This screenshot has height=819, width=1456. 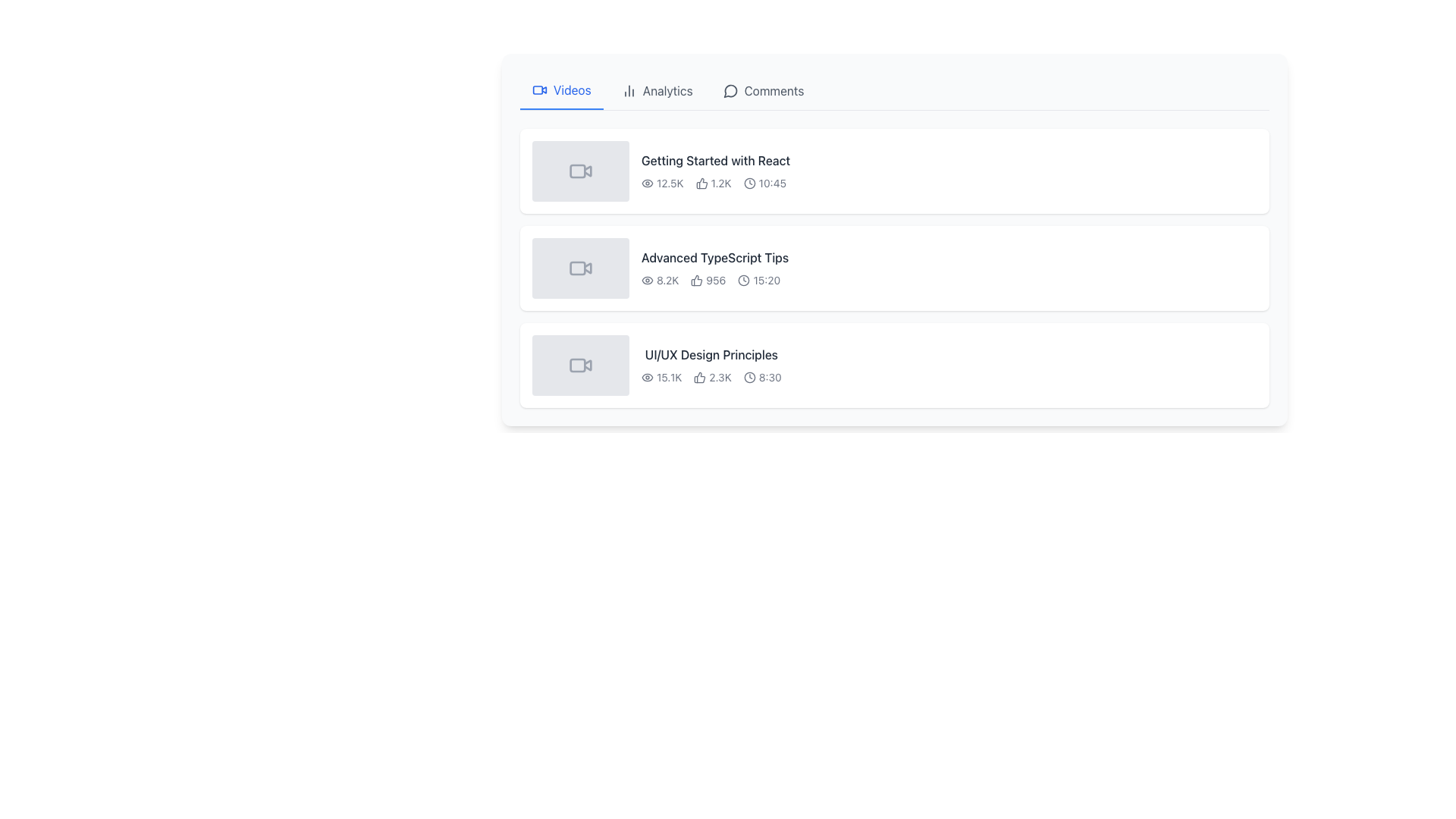 What do you see at coordinates (699, 376) in the screenshot?
I see `the small, outlined thumbs-up icon rendered in SVG format, which is styled with a black stroke and white fill, located immediately to the left of the text '2.3K' in the video metadata section for 'UI/UX Design Principles'` at bounding box center [699, 376].